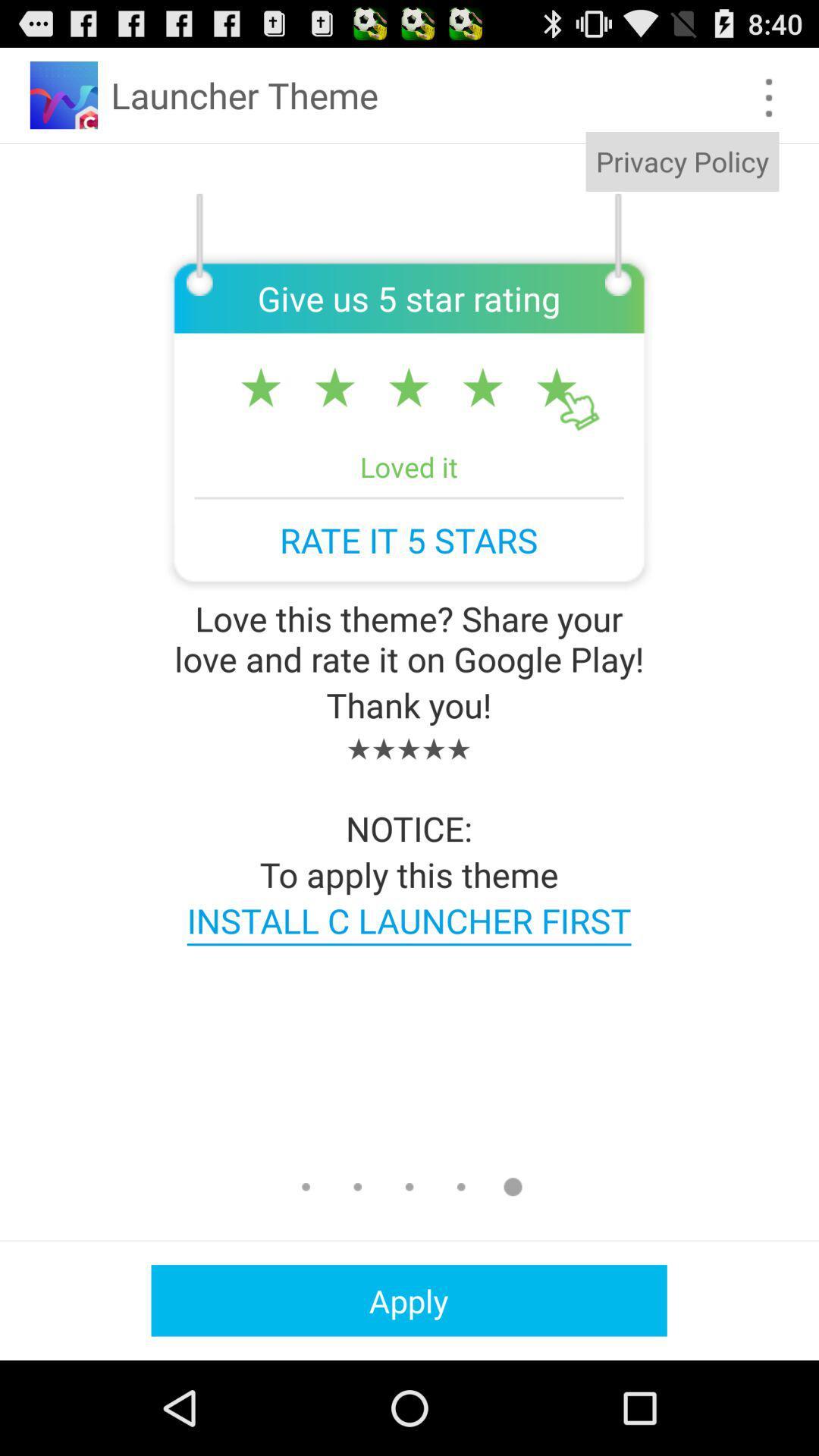 This screenshot has width=819, height=1456. Describe the element at coordinates (408, 919) in the screenshot. I see `the icon below the to apply this app` at that location.